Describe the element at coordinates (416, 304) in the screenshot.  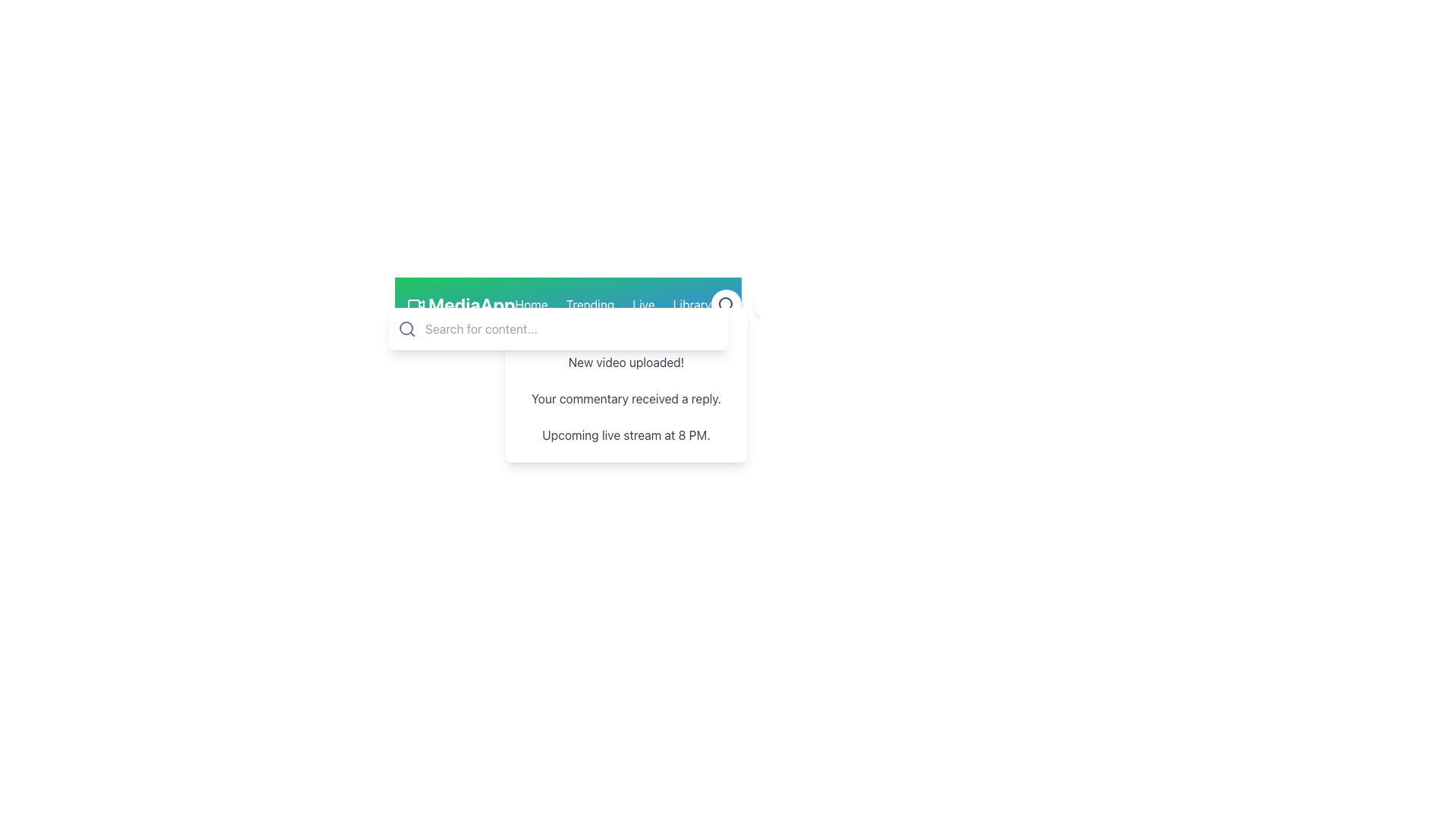
I see `the video-related icon located to the left of the 'MediaApp' text in the top navigation area` at that location.